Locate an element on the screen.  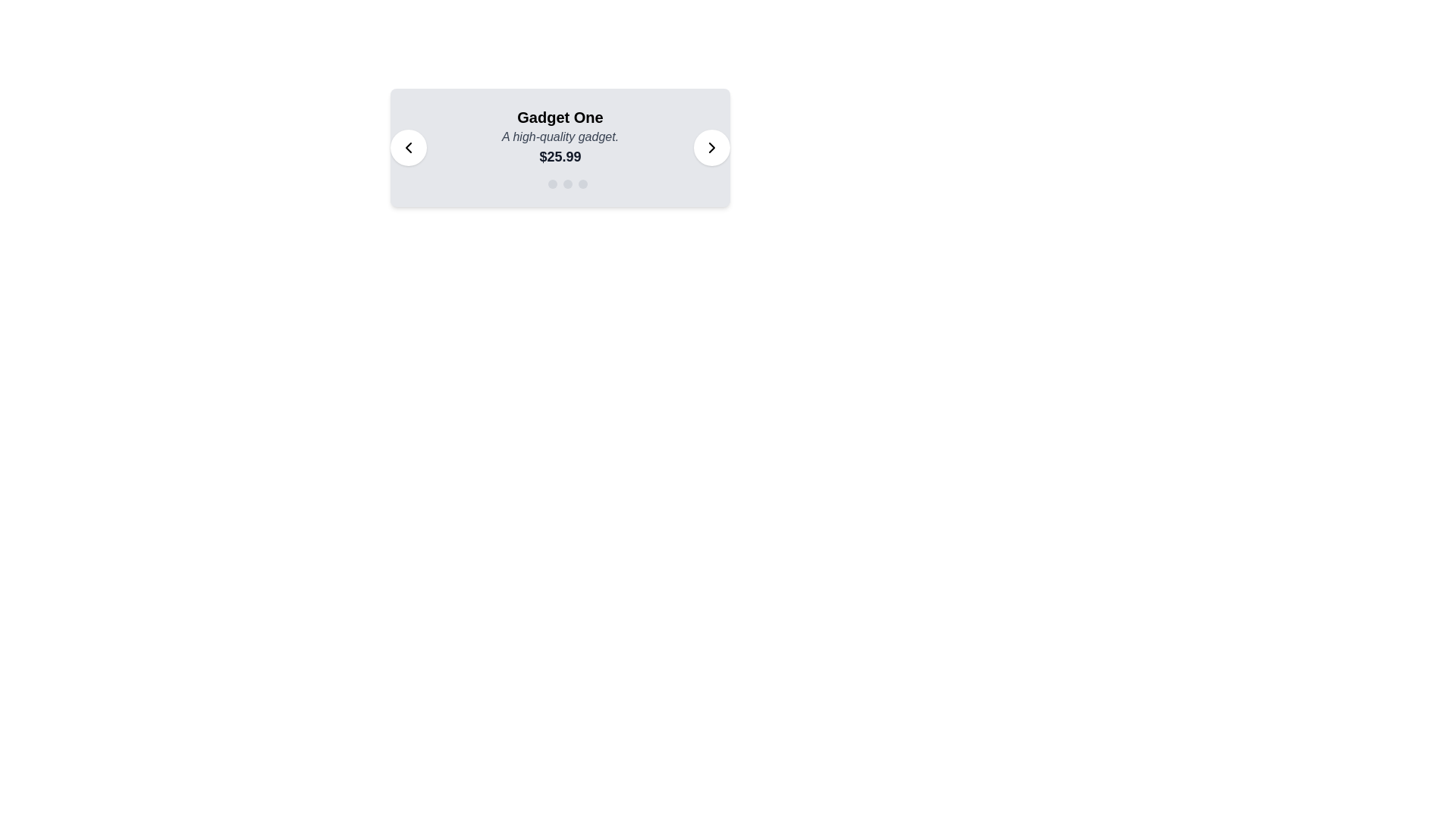
the circular button with a right-pointing chevron inside it, located to the right of the 'Gadget One' text and price information is located at coordinates (711, 148).